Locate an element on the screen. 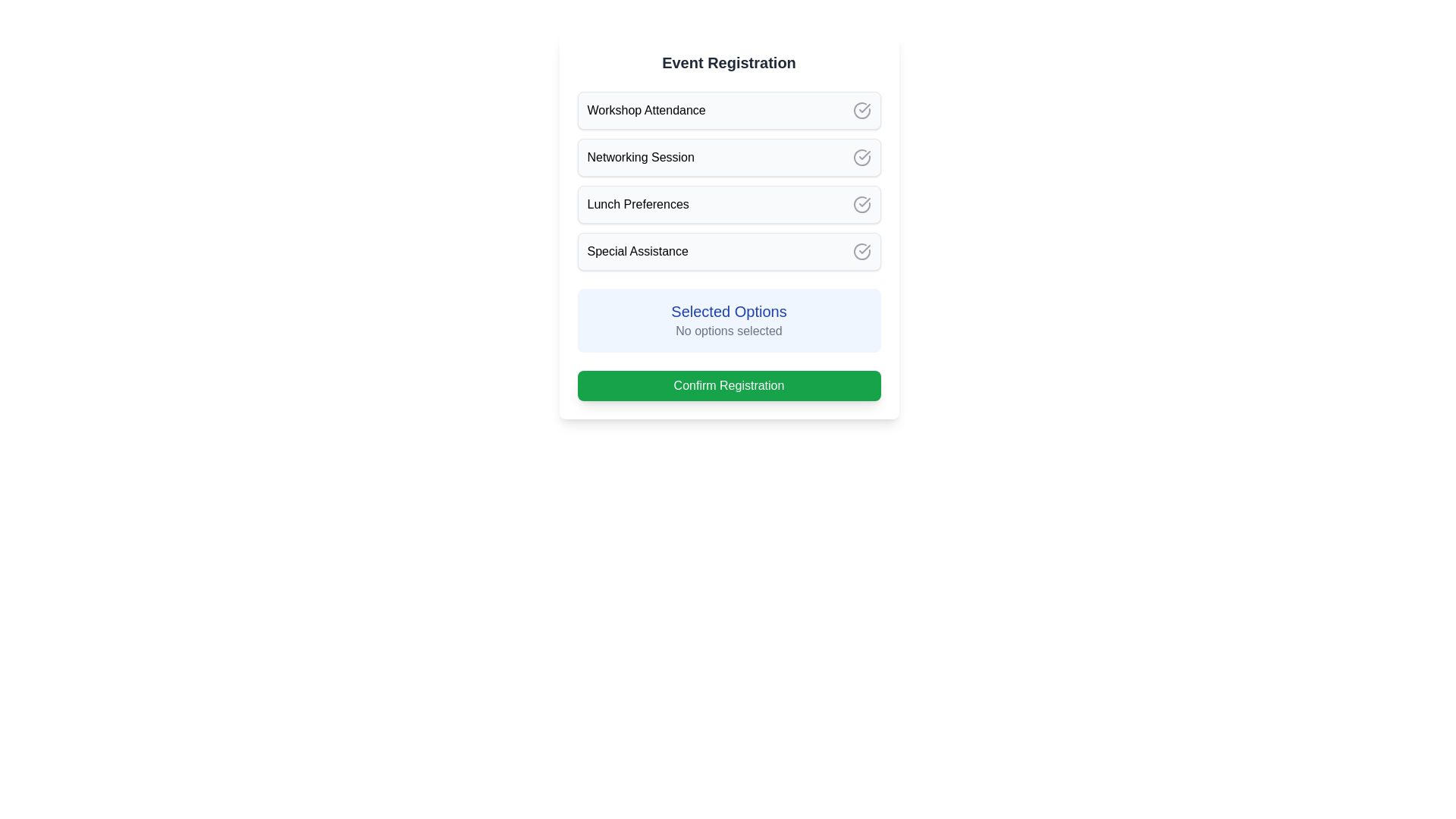 This screenshot has width=1456, height=819. the 'Special Assistance' list item, the last option in a vertically stacked list is located at coordinates (729, 250).